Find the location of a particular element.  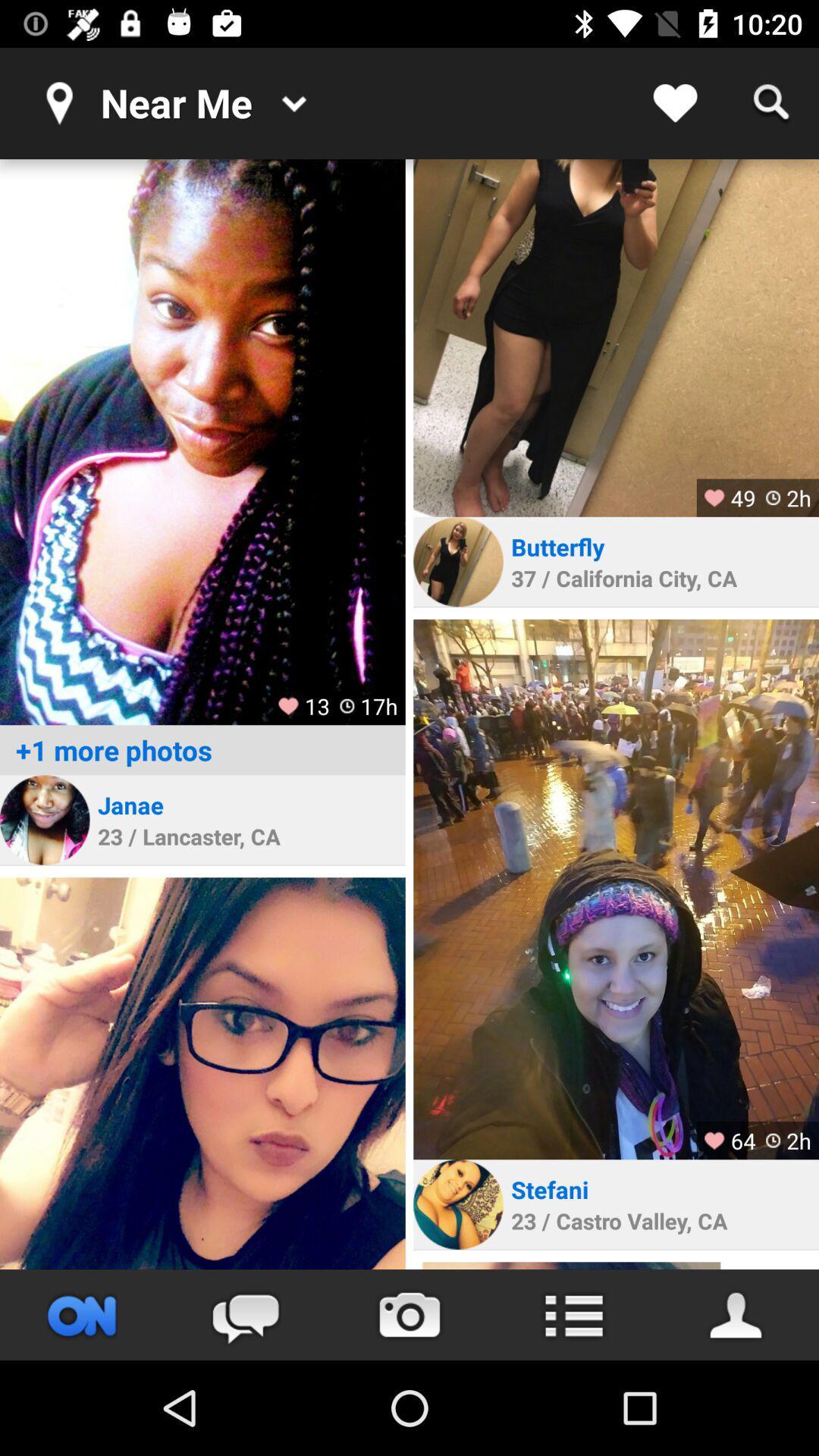

personal settings is located at coordinates (736, 1314).